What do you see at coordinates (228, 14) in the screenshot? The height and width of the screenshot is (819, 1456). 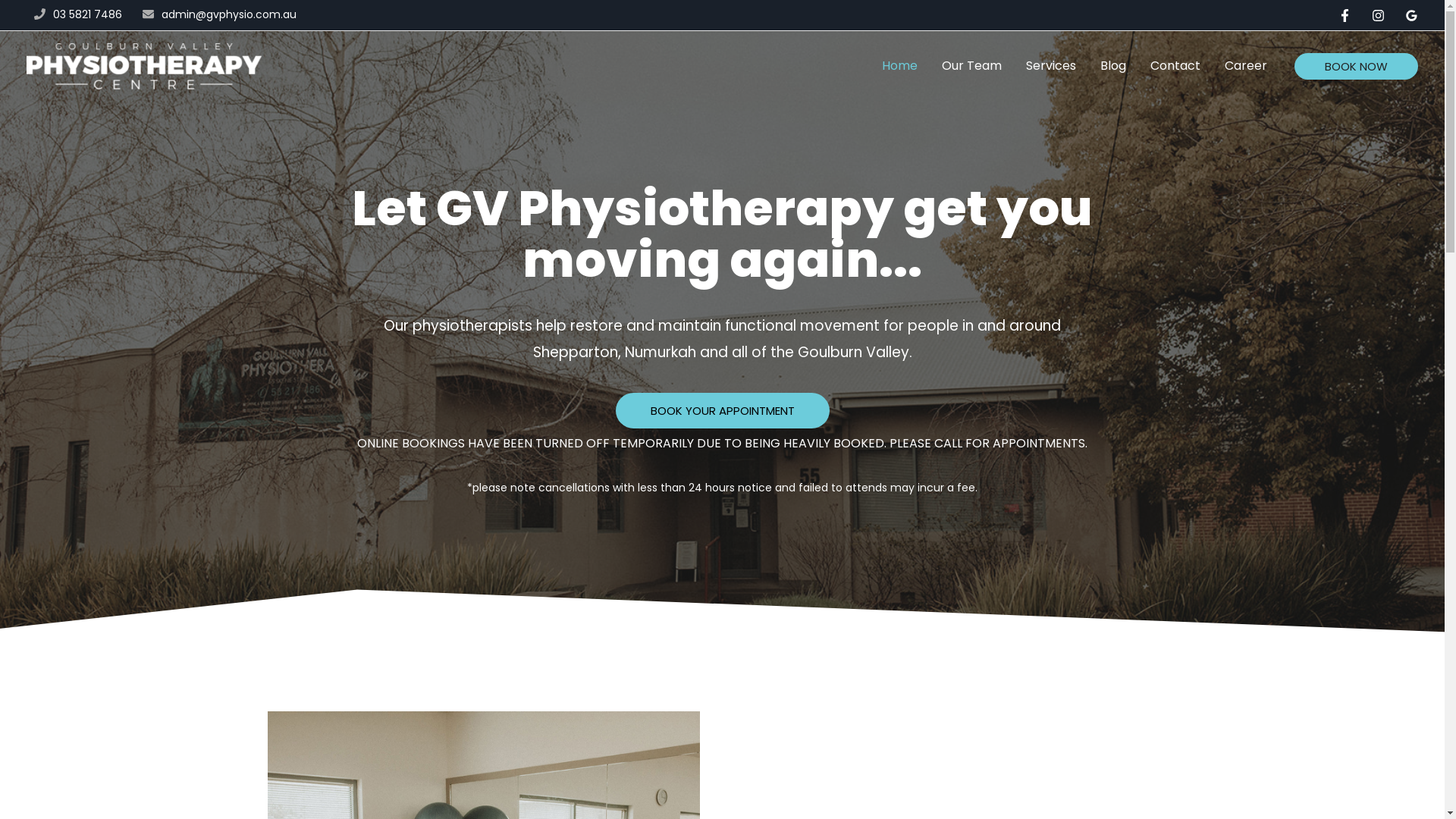 I see `'admin@gvphysio.com.au'` at bounding box center [228, 14].